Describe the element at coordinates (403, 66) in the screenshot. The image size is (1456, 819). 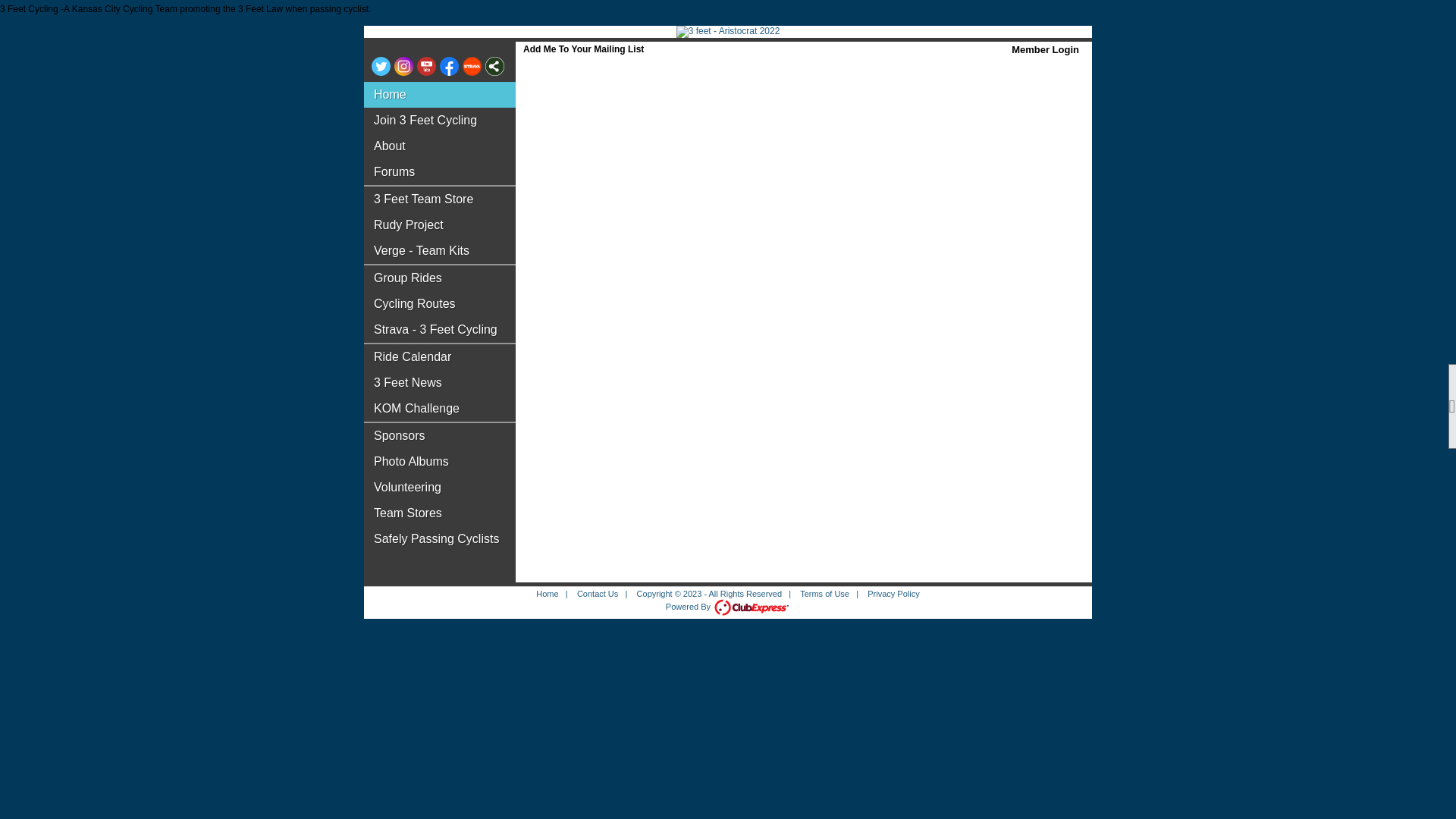
I see `'Visit us on Instagram'` at that location.